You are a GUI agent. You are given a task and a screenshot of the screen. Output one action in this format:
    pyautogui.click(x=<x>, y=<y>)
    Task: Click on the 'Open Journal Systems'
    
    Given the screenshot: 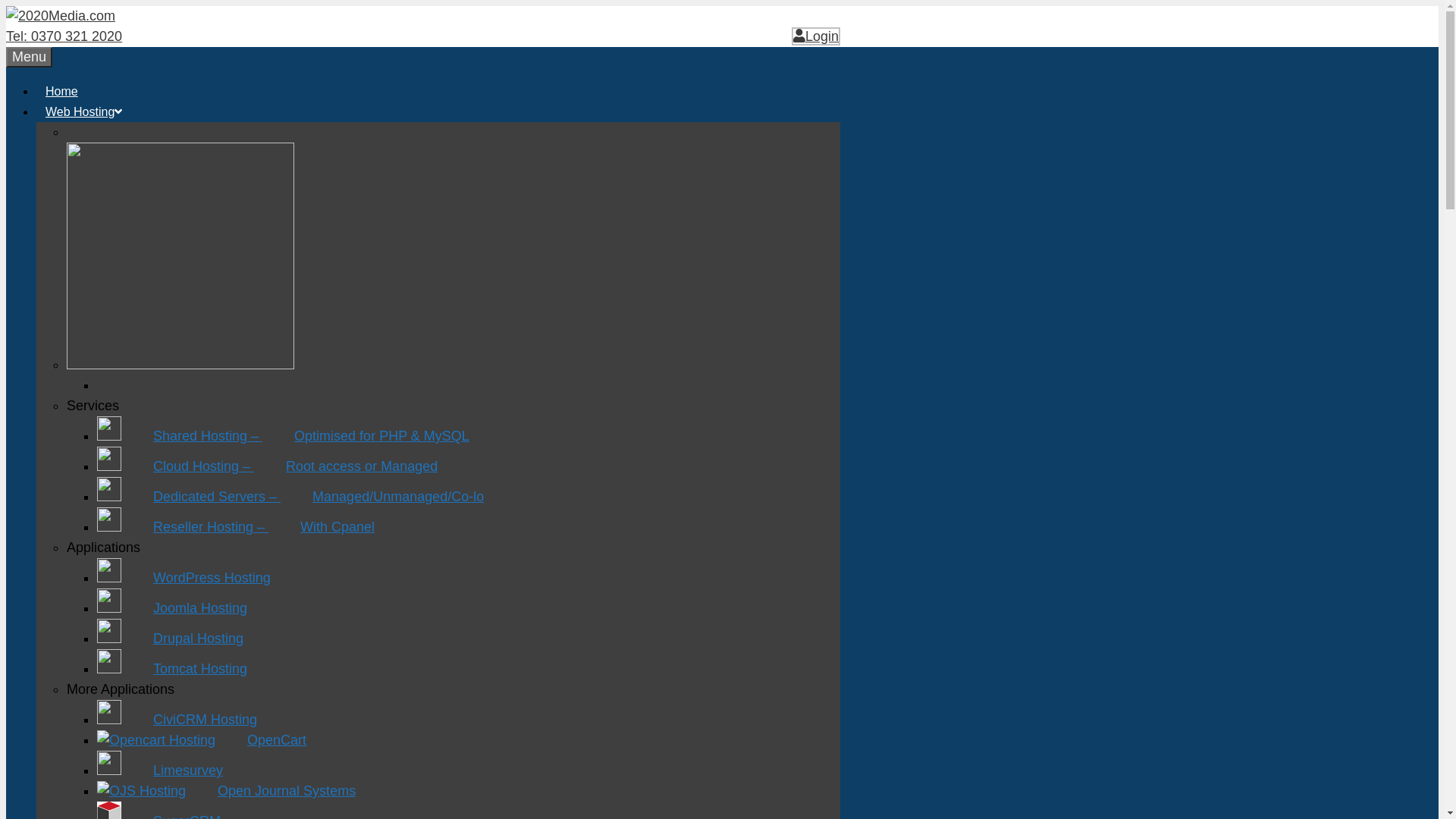 What is the action you would take?
    pyautogui.click(x=96, y=789)
    